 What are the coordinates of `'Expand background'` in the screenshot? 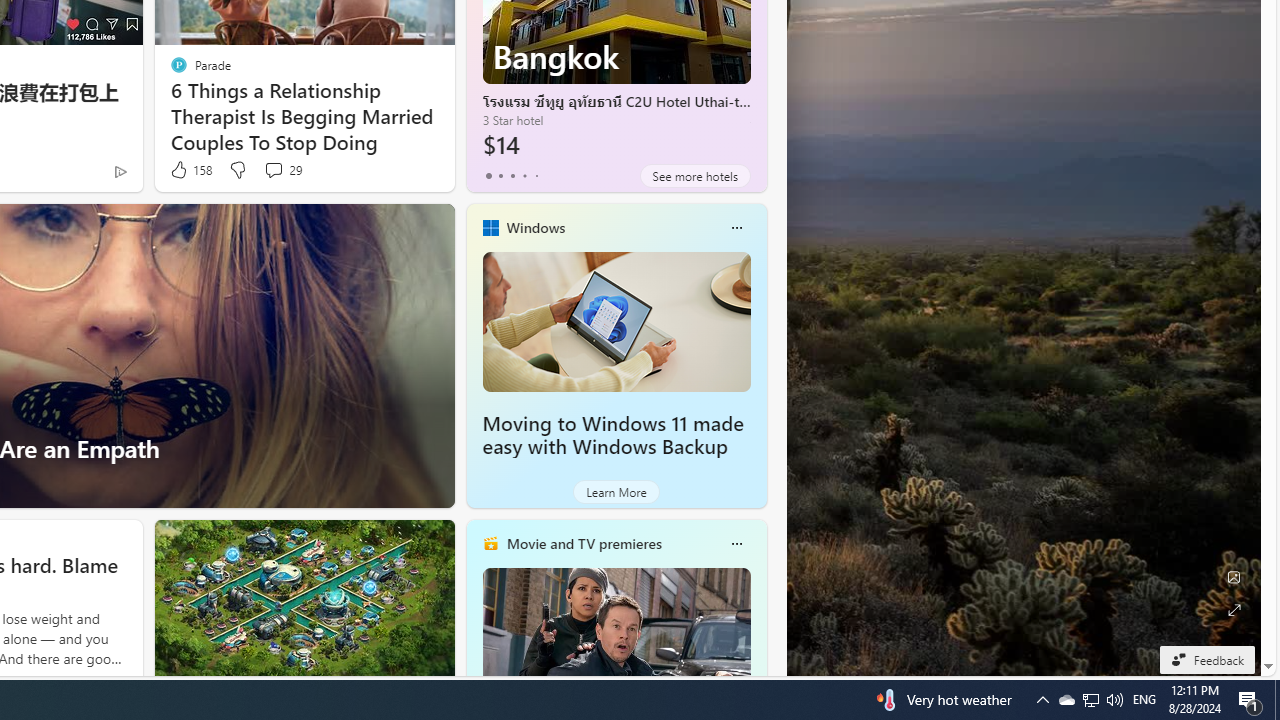 It's located at (1232, 609).